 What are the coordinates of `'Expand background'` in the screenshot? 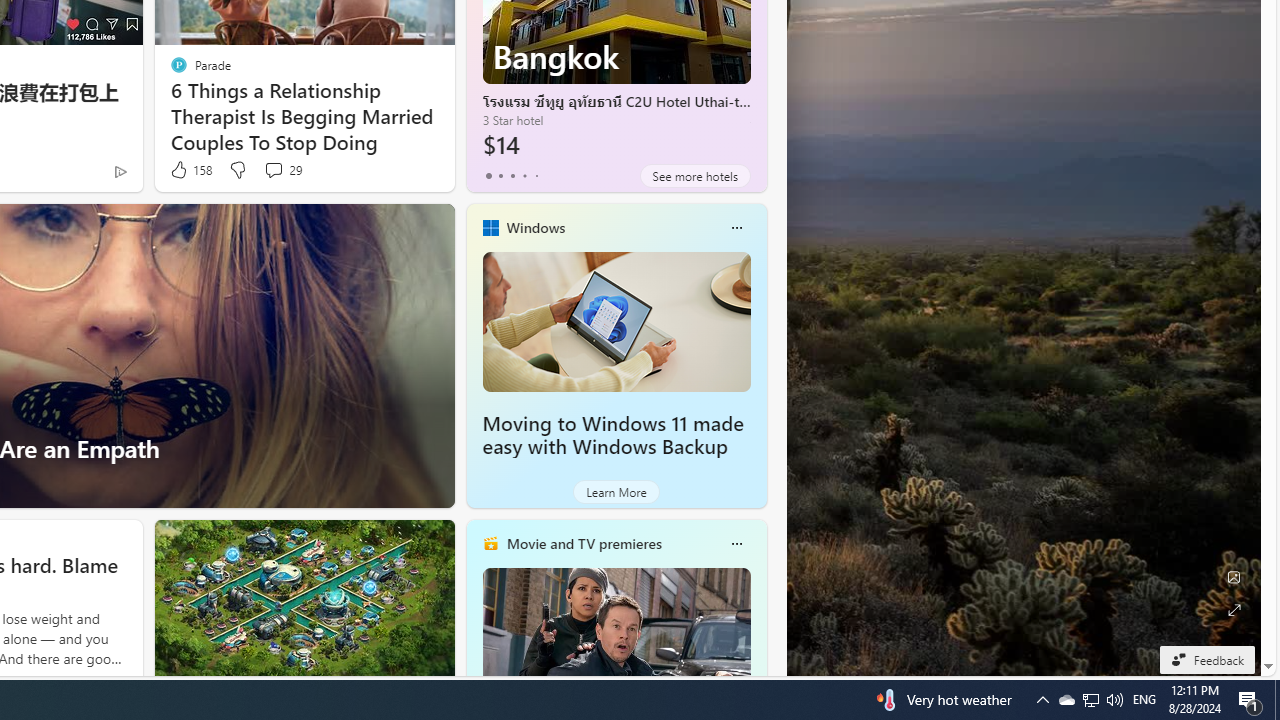 It's located at (1232, 609).